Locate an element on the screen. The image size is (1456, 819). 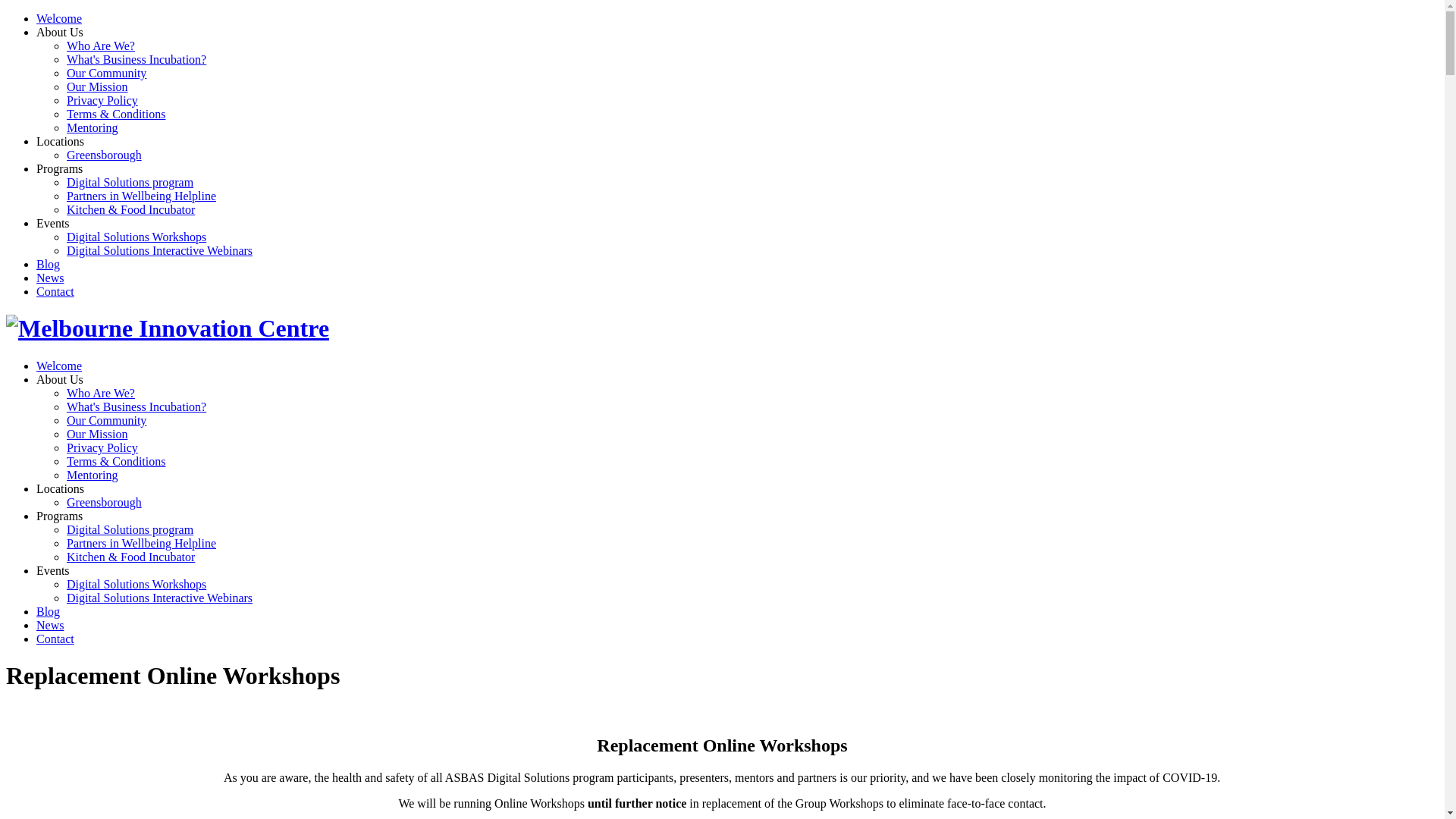
'About Us' is located at coordinates (59, 32).